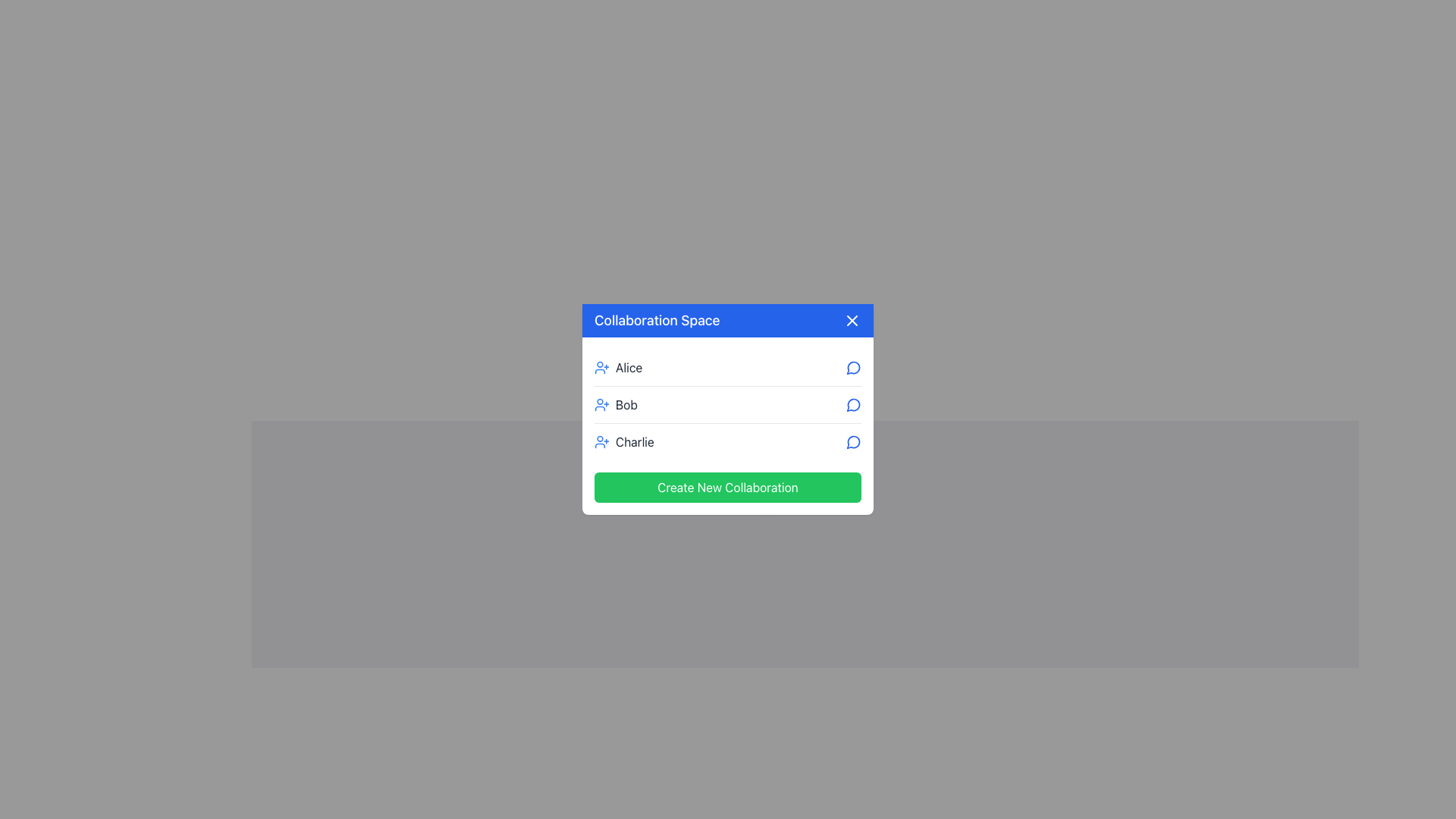 The height and width of the screenshot is (819, 1456). I want to click on the blue user profile icon with a plus sign located to the left of the text 'Alice' in the first row of the user list in the 'Collaboration Space' dialog box to initiate an action, so click(601, 368).